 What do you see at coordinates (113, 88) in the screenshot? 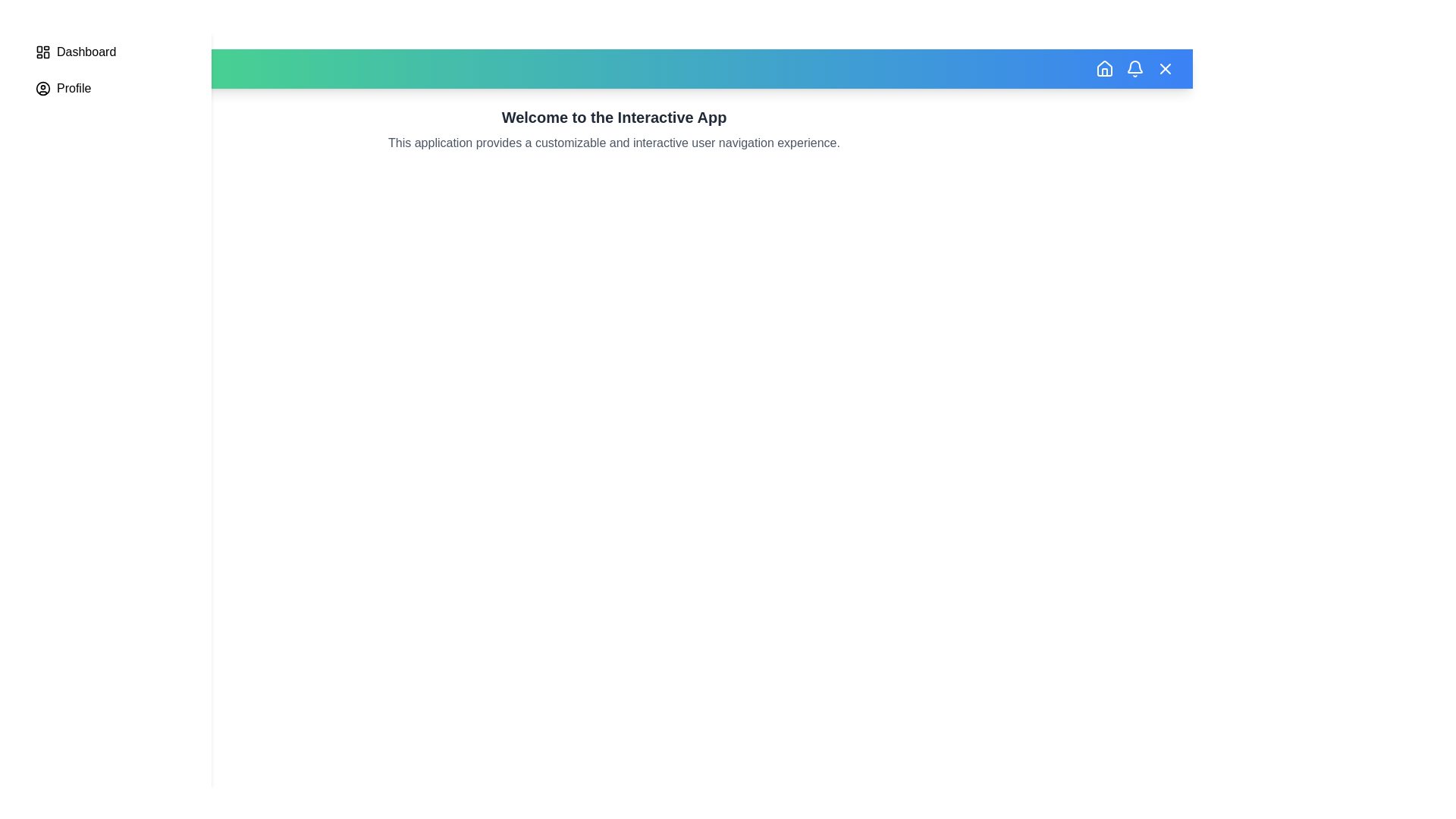
I see `the 'Profile' navigational link located beneath the 'Dashboard' element in the left-side navigation menu` at bounding box center [113, 88].